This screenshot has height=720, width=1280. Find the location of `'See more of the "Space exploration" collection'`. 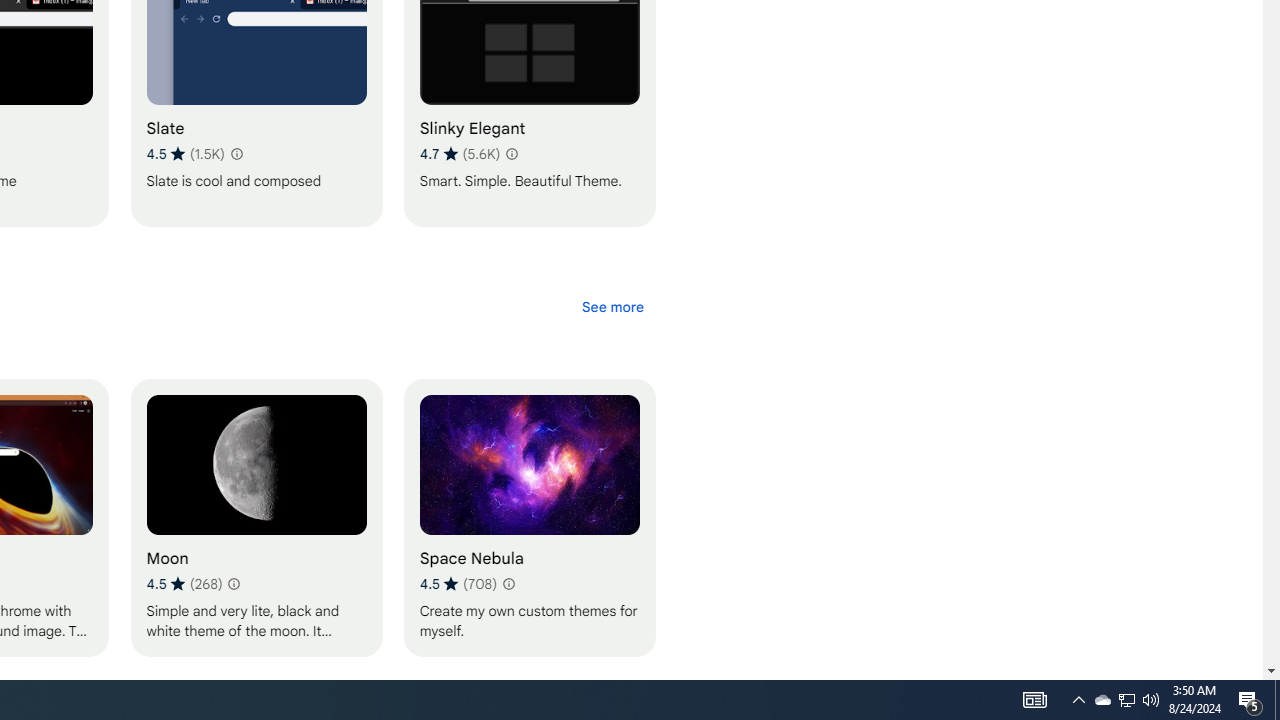

'See more of the "Space exploration" collection' is located at coordinates (611, 307).